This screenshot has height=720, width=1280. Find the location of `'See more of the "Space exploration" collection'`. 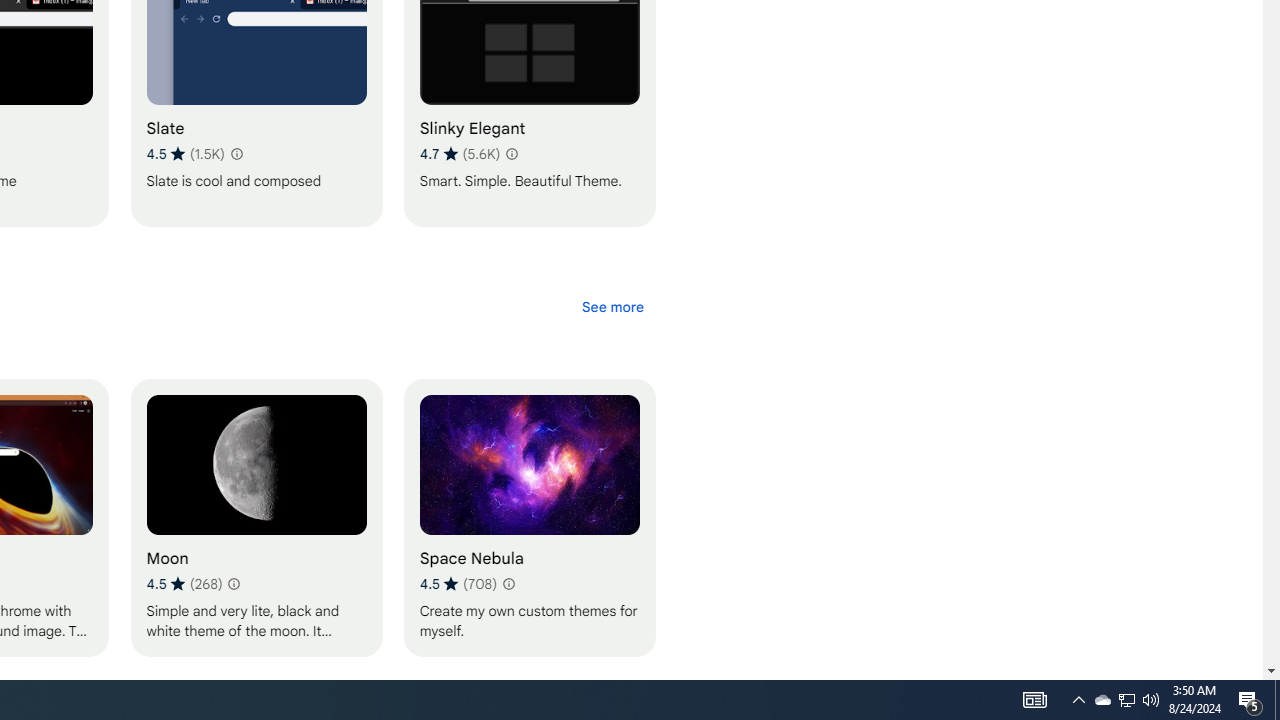

'See more of the "Space exploration" collection' is located at coordinates (611, 307).